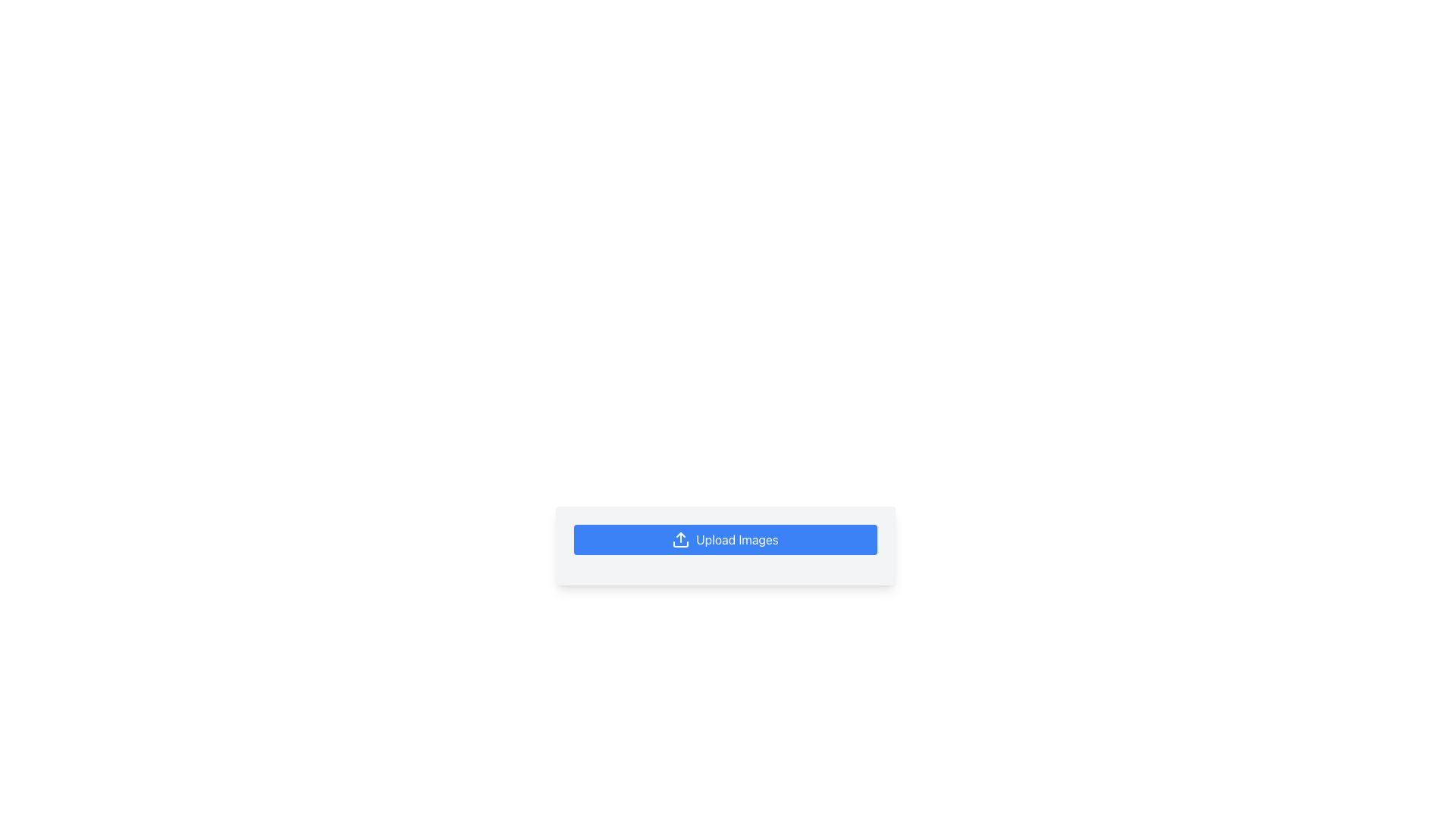 This screenshot has width=1456, height=819. What do you see at coordinates (724, 546) in the screenshot?
I see `the 'Upload Images' button, which is a vibrant blue rectangular button with a white upward arrow icon and white text` at bounding box center [724, 546].